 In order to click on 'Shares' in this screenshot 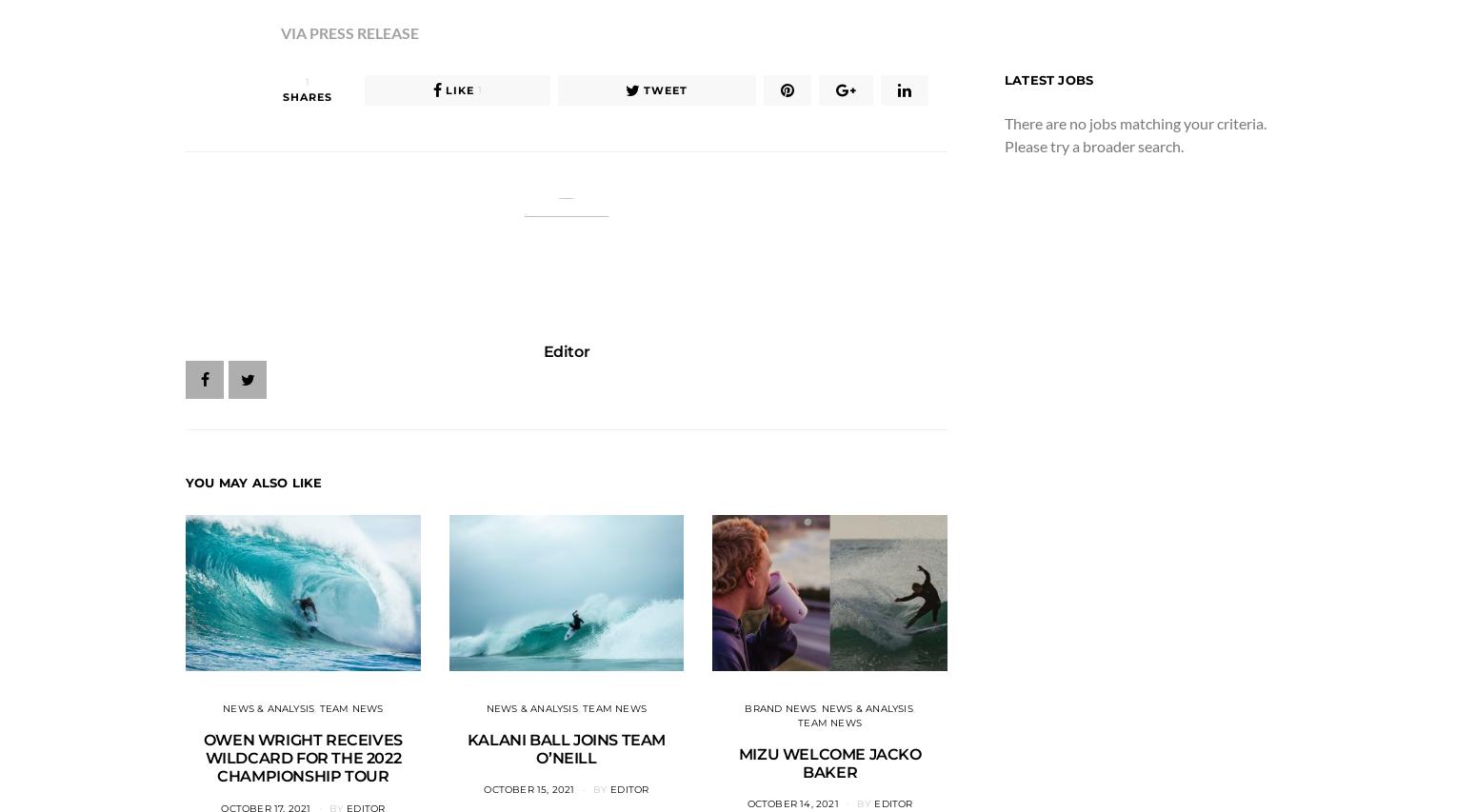, I will do `click(307, 97)`.